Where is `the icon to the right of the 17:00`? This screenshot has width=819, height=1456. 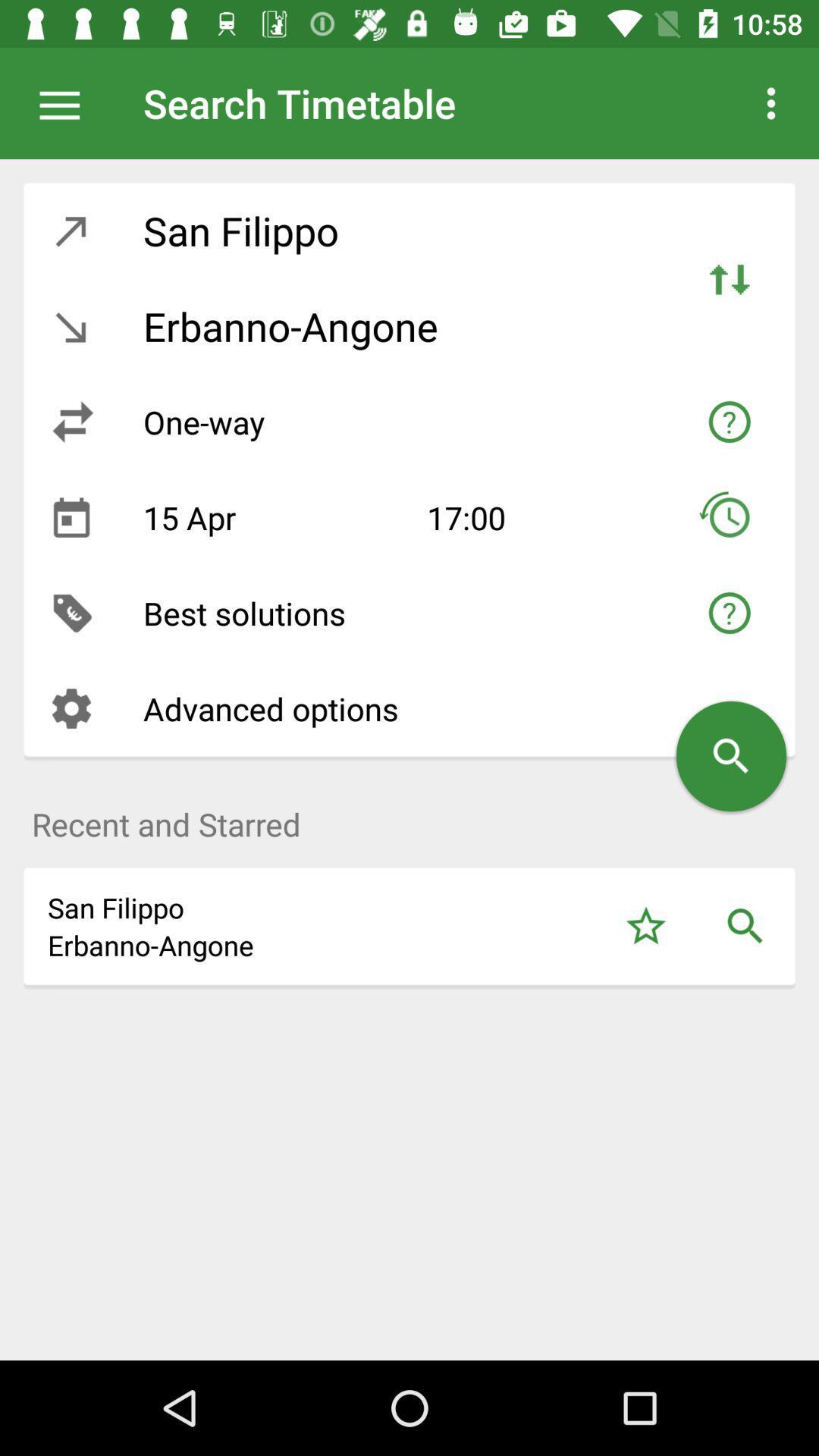 the icon to the right of the 17:00 is located at coordinates (728, 517).